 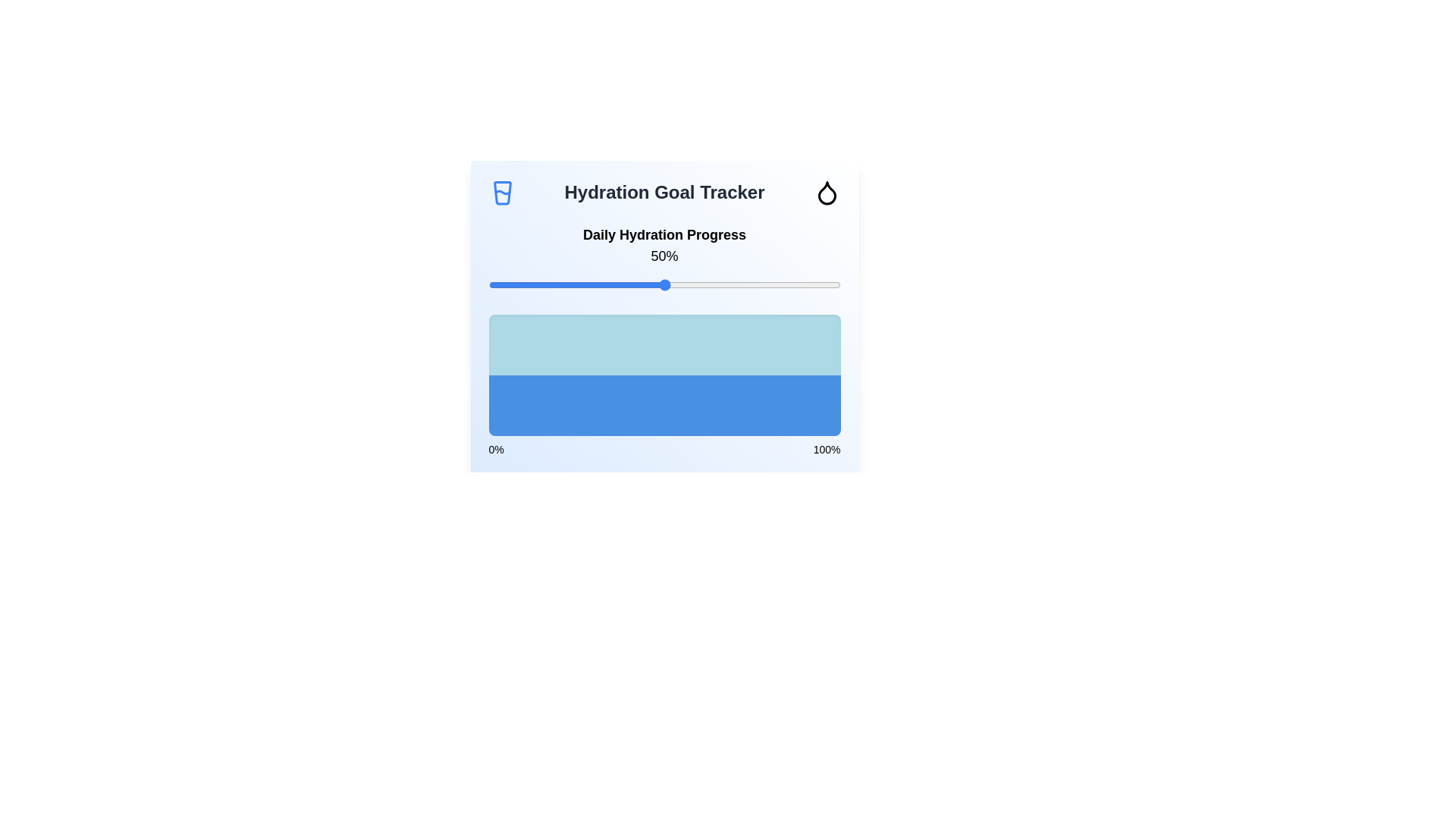 I want to click on the hydration slider to 92%, so click(x=811, y=284).